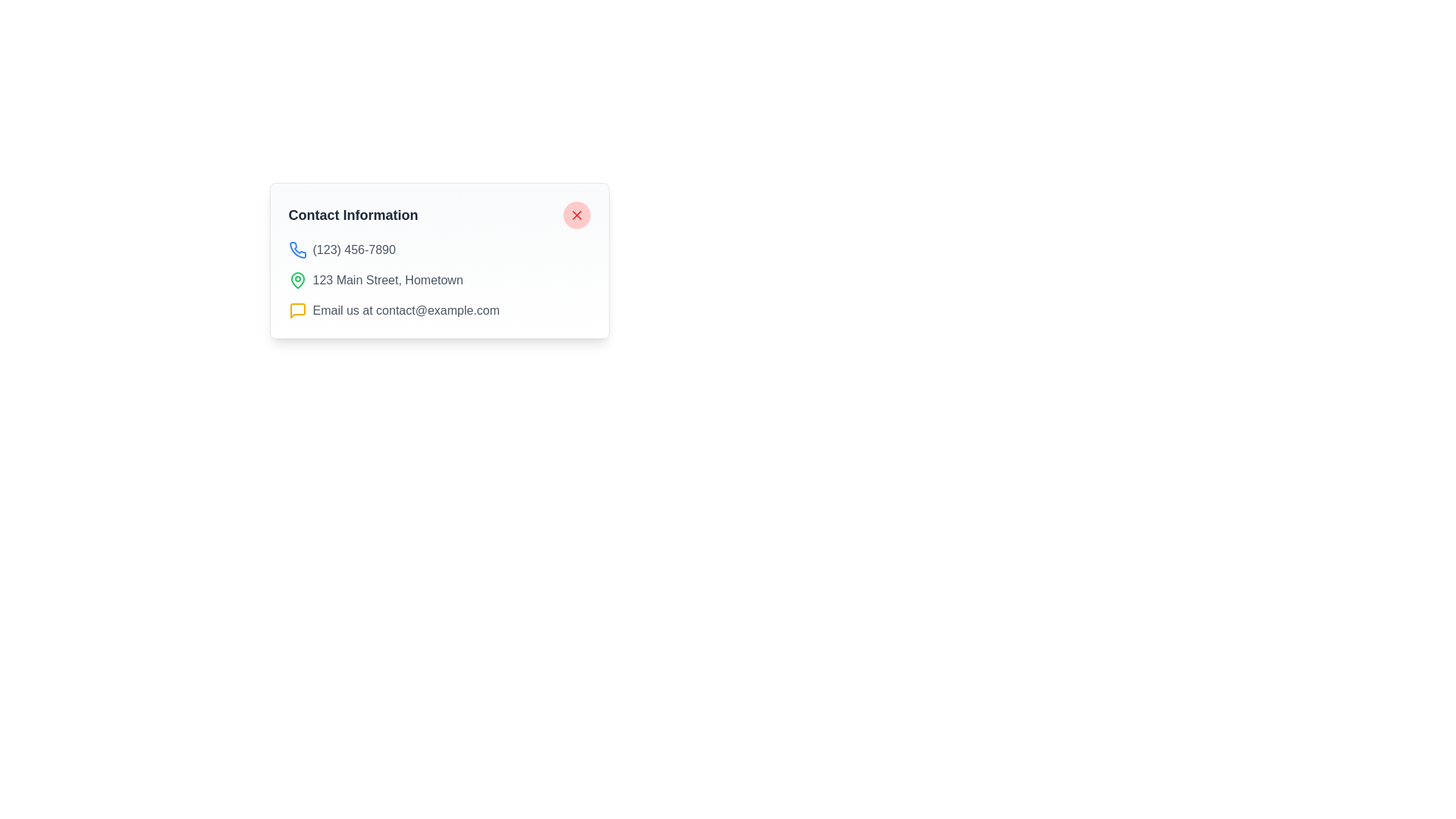 This screenshot has height=819, width=1456. What do you see at coordinates (297, 249) in the screenshot?
I see `the stylized blue phone icon located to the left of the phone number '(123) 456-7890' in the contact information section, if it is interactive` at bounding box center [297, 249].